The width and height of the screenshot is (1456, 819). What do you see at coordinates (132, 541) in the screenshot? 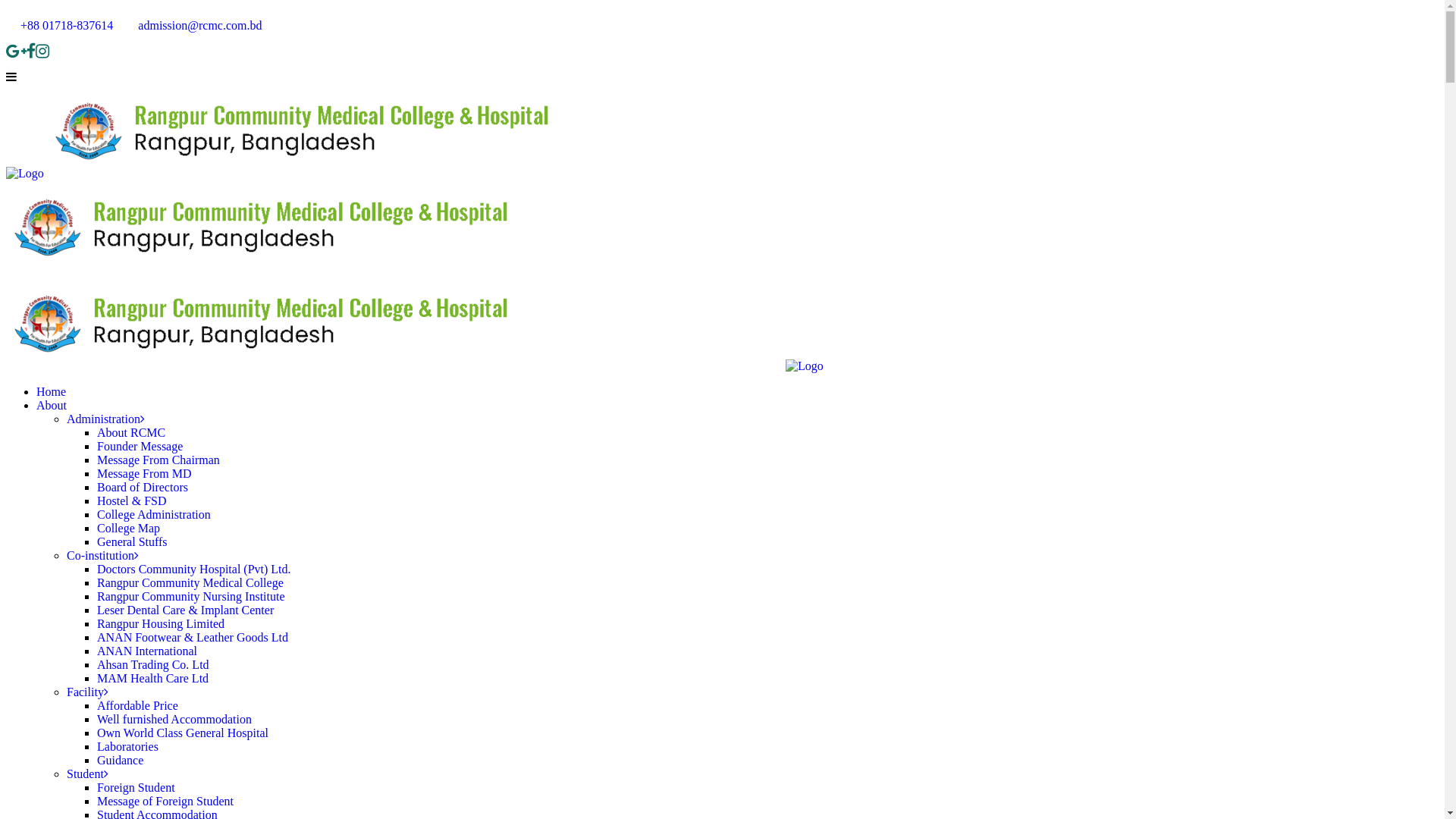
I see `'General Stuffs'` at bounding box center [132, 541].